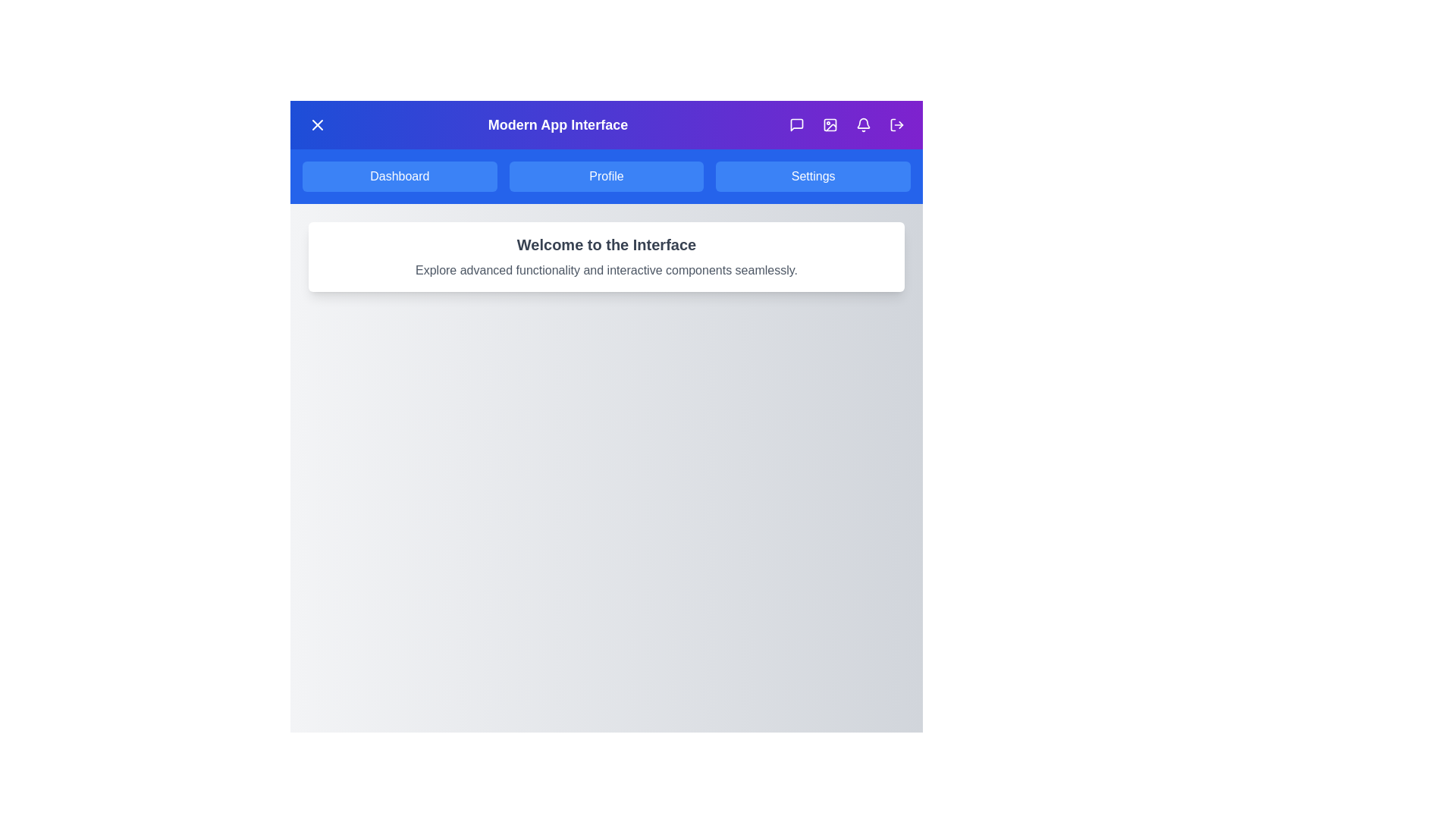 The height and width of the screenshot is (819, 1456). Describe the element at coordinates (607, 175) in the screenshot. I see `the Profile button in the top navigation bar` at that location.